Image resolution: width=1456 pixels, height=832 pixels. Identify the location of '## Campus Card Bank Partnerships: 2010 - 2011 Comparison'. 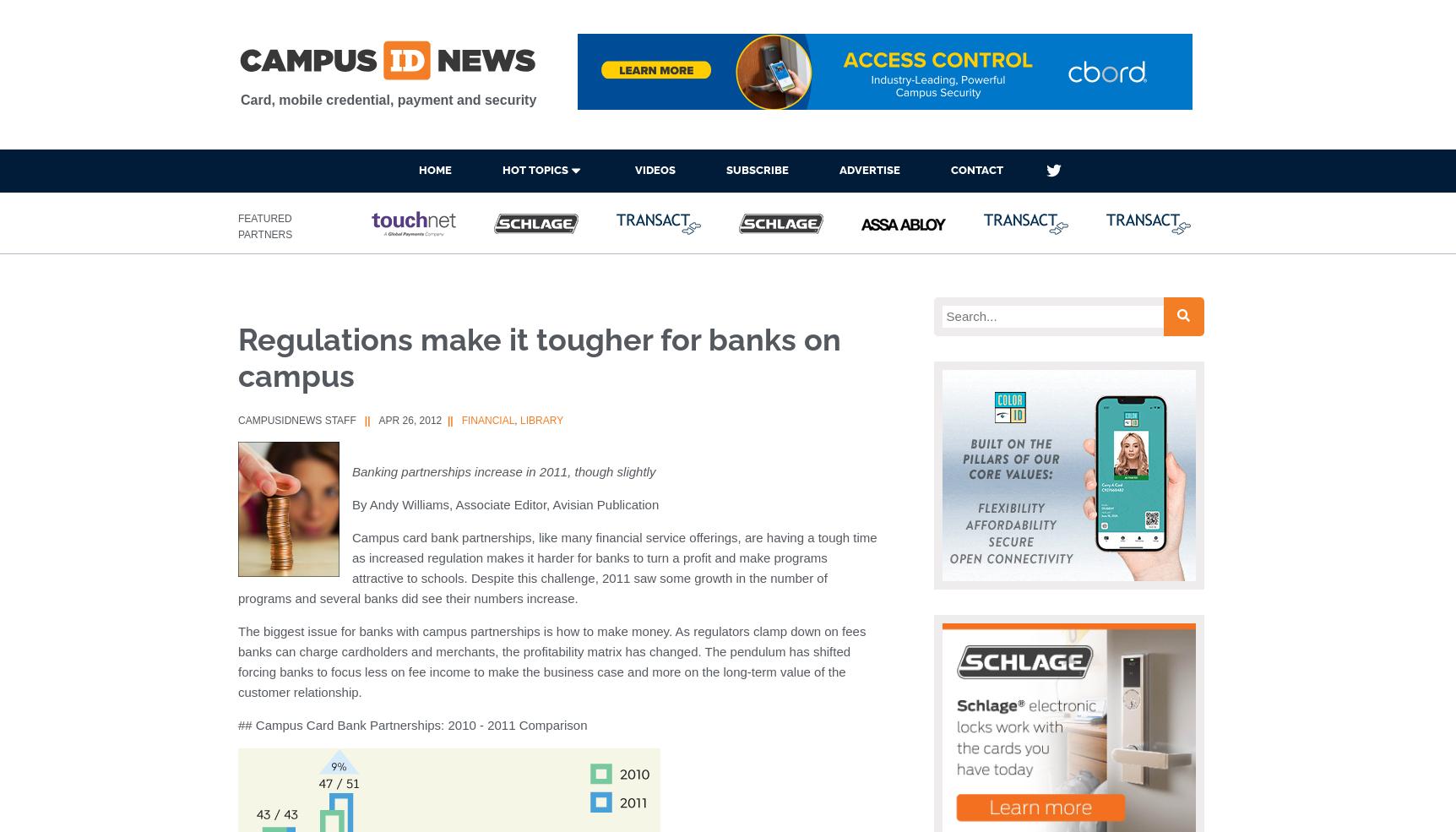
(412, 724).